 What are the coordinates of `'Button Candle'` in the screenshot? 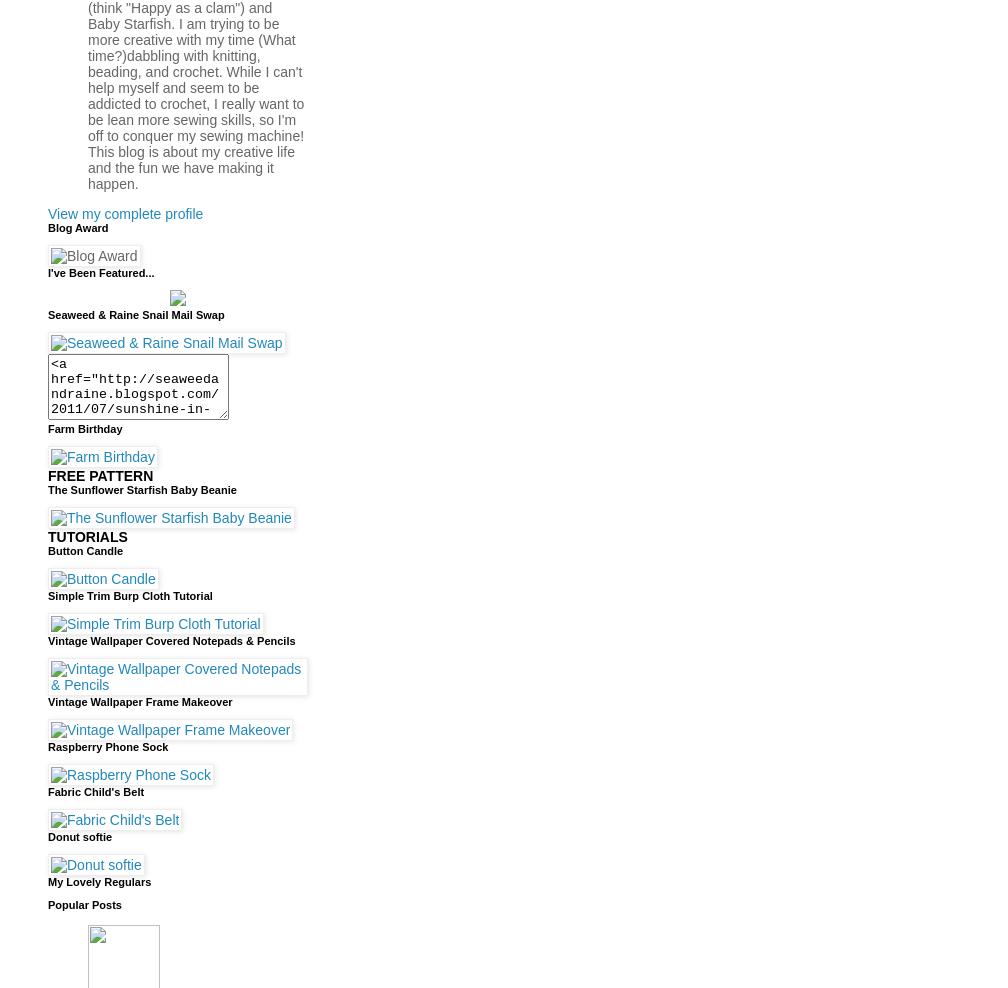 It's located at (85, 549).